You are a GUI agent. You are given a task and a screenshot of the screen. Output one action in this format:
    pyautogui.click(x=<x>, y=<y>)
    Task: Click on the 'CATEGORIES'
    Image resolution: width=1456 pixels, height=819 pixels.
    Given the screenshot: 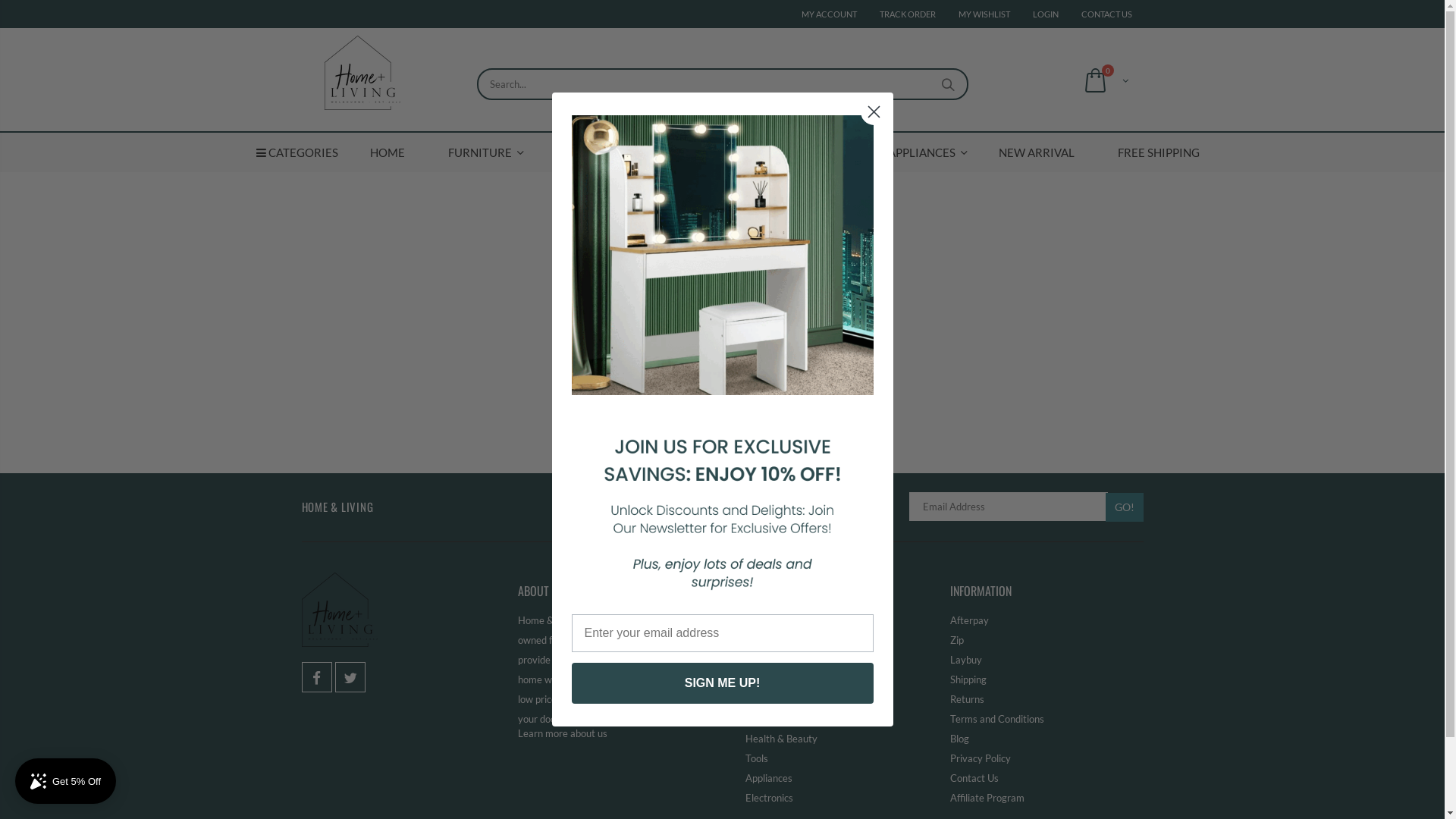 What is the action you would take?
    pyautogui.click(x=297, y=152)
    